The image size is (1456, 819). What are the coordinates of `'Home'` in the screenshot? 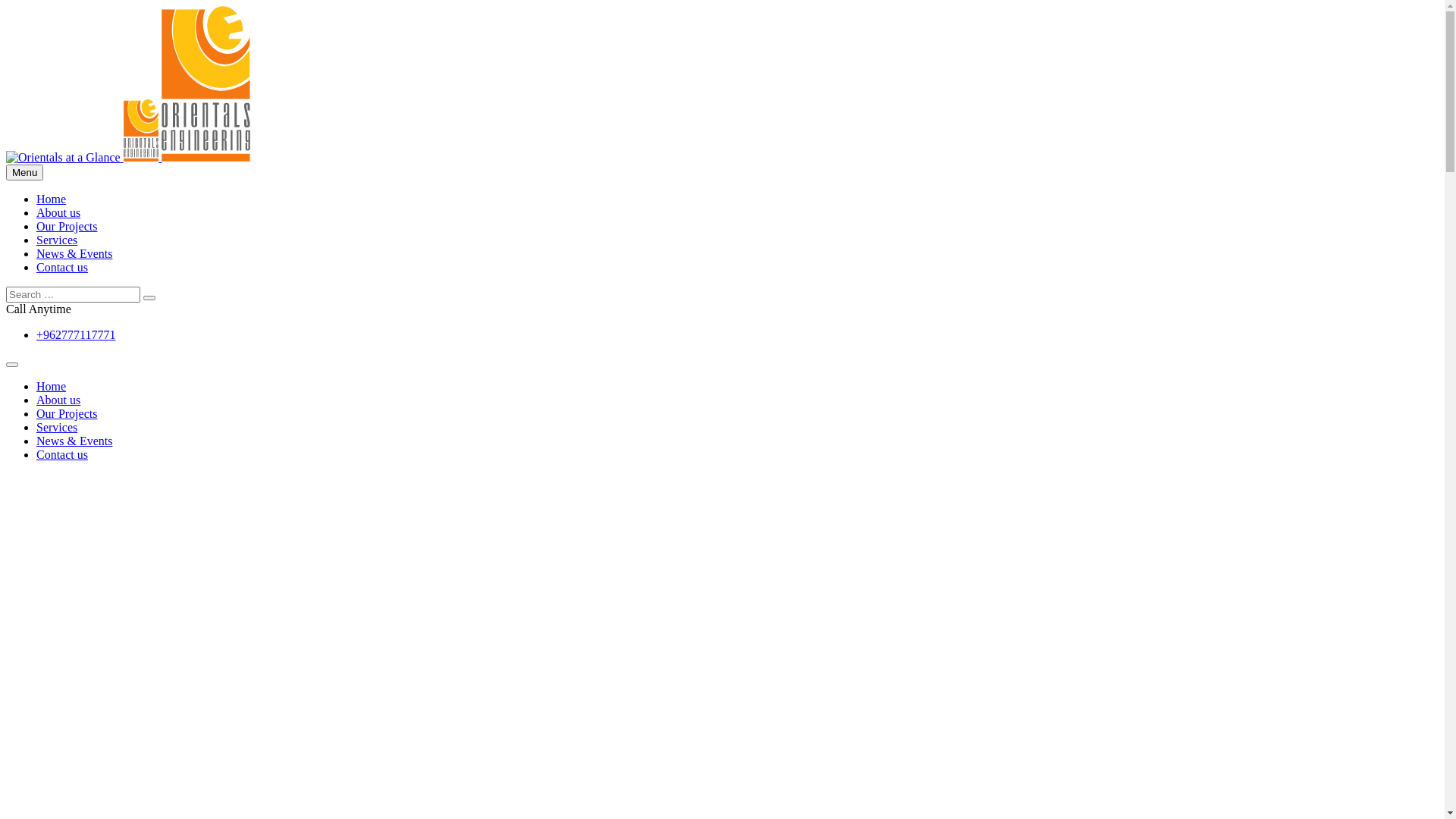 It's located at (51, 385).